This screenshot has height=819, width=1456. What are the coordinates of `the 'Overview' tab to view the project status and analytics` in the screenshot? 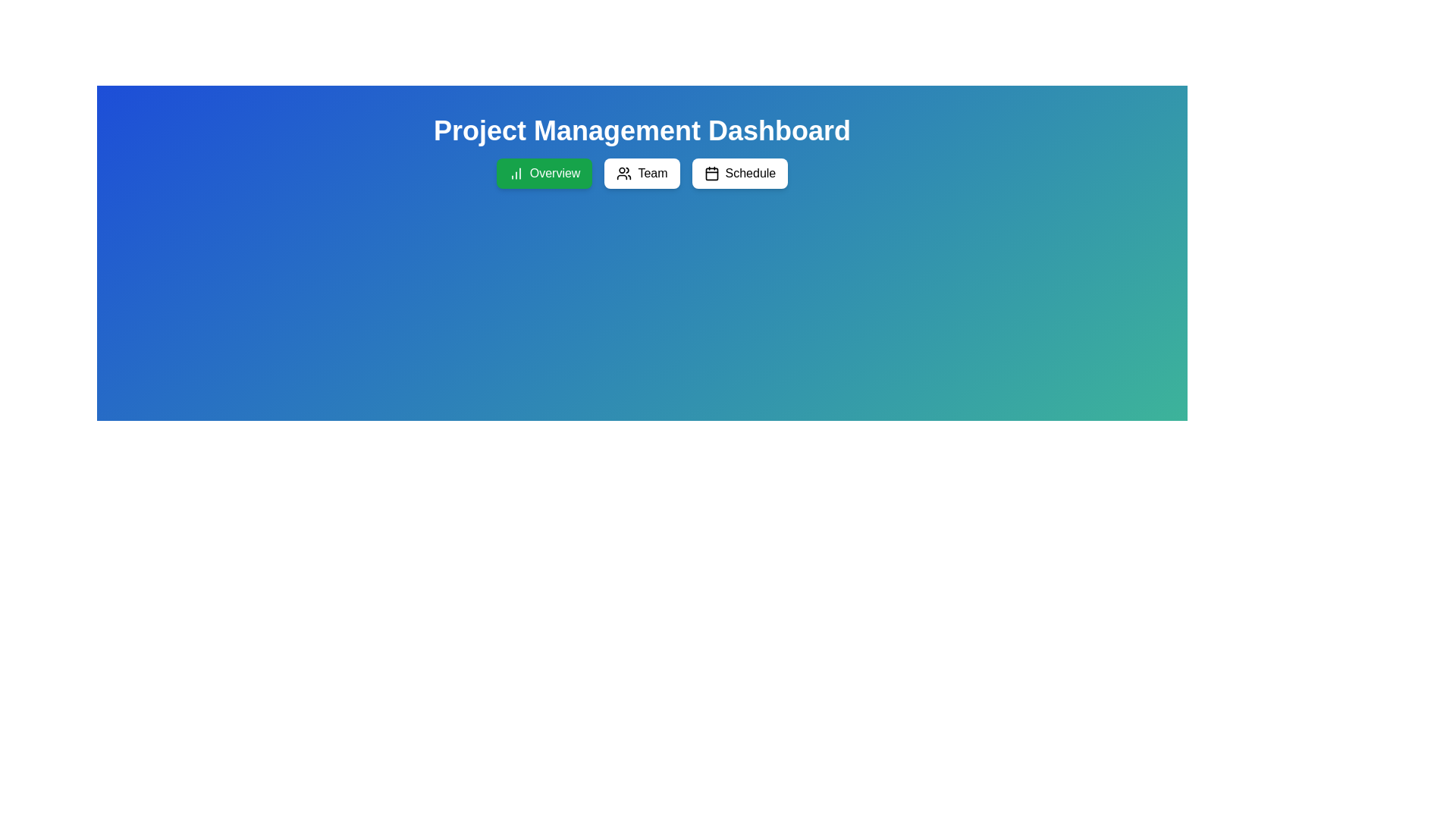 It's located at (544, 172).